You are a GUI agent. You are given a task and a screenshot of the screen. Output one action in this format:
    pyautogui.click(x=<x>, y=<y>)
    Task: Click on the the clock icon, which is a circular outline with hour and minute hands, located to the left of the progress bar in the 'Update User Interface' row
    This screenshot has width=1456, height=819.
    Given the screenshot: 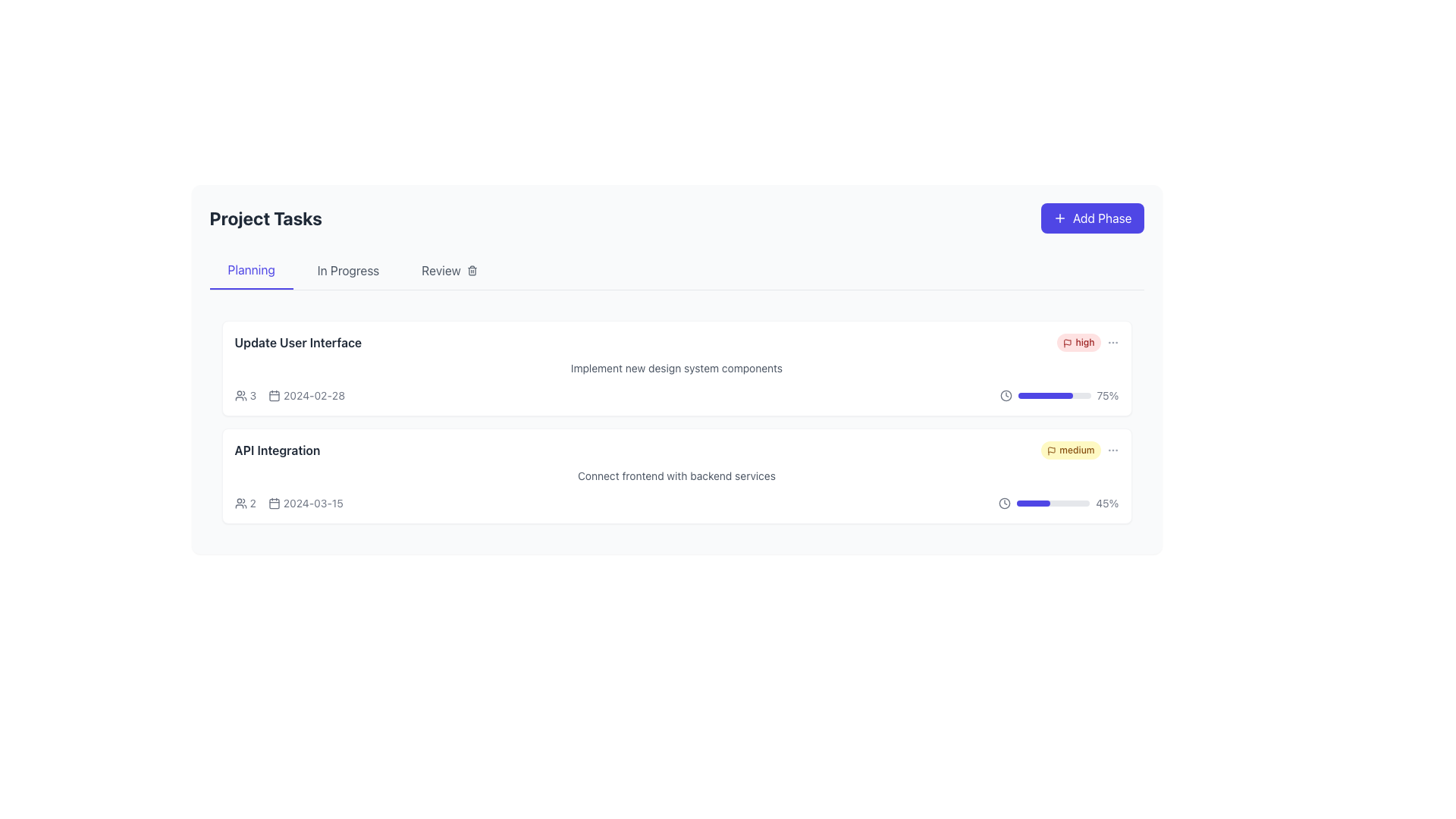 What is the action you would take?
    pyautogui.click(x=1006, y=394)
    